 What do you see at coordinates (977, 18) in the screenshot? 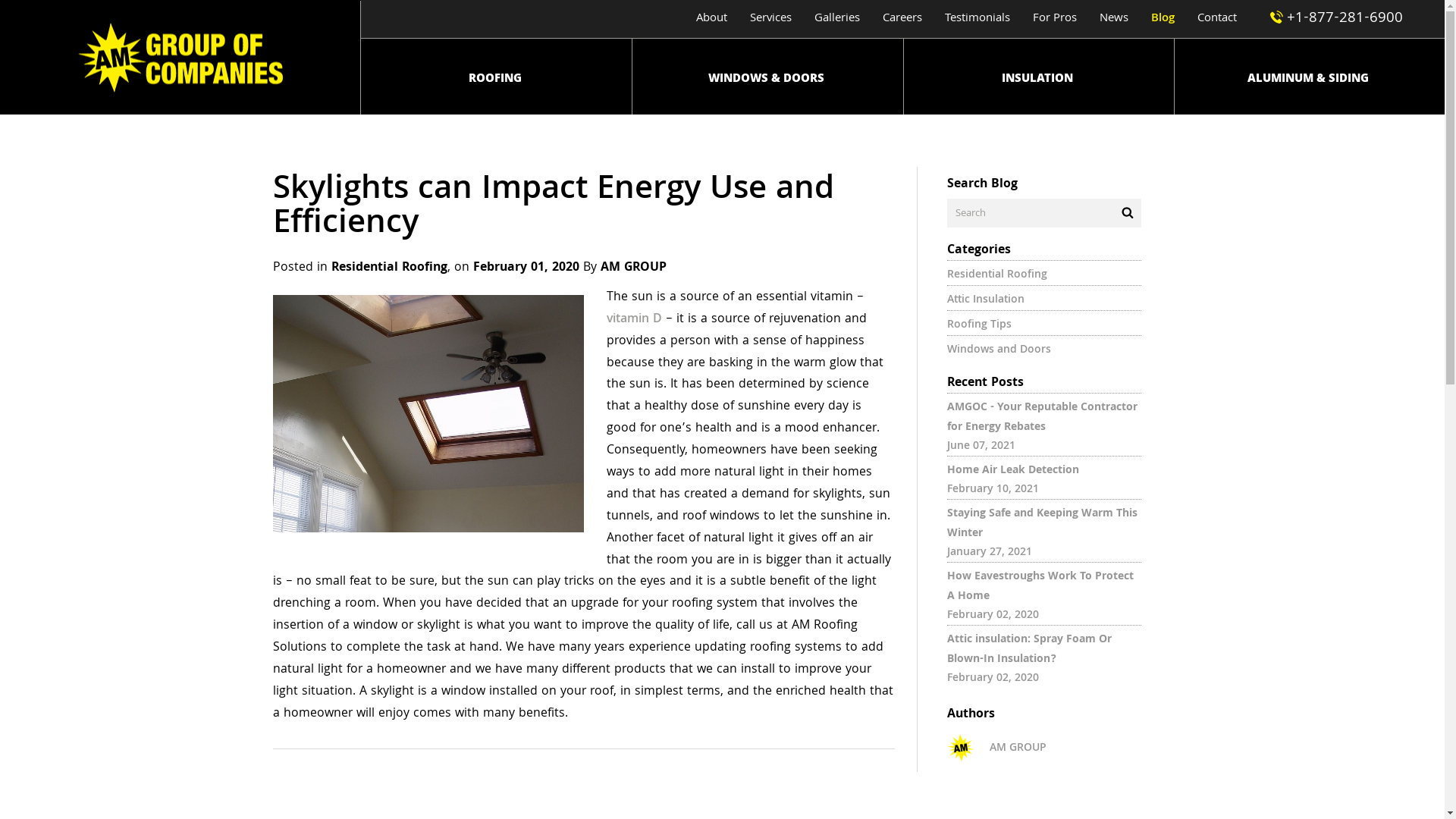
I see `'Testimonials'` at bounding box center [977, 18].